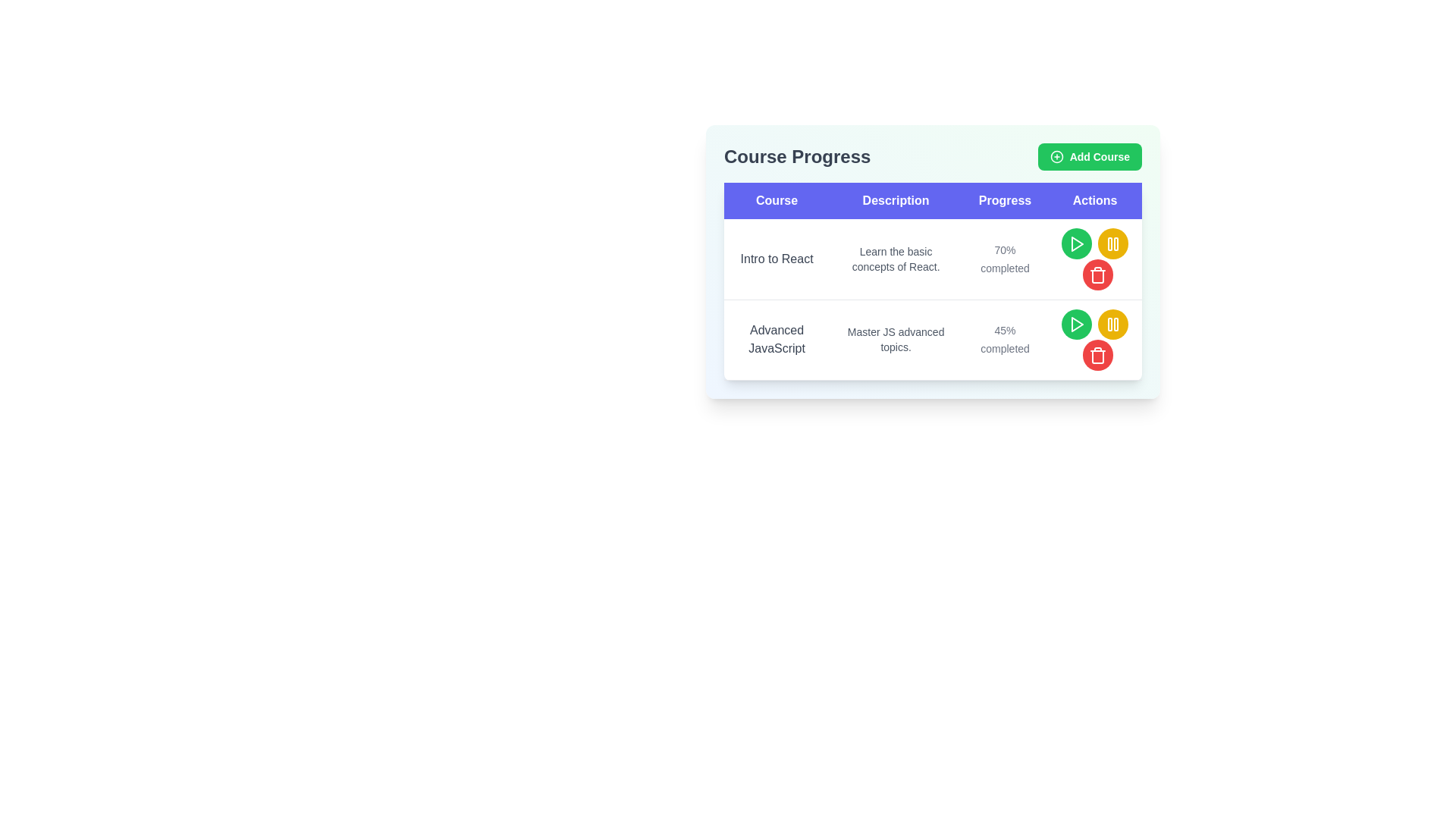 This screenshot has height=819, width=1456. What do you see at coordinates (1116, 243) in the screenshot?
I see `the right vertical rectangular bar of the yellow Pause button within the 'Actions' column of the 'Course Progress' table` at bounding box center [1116, 243].